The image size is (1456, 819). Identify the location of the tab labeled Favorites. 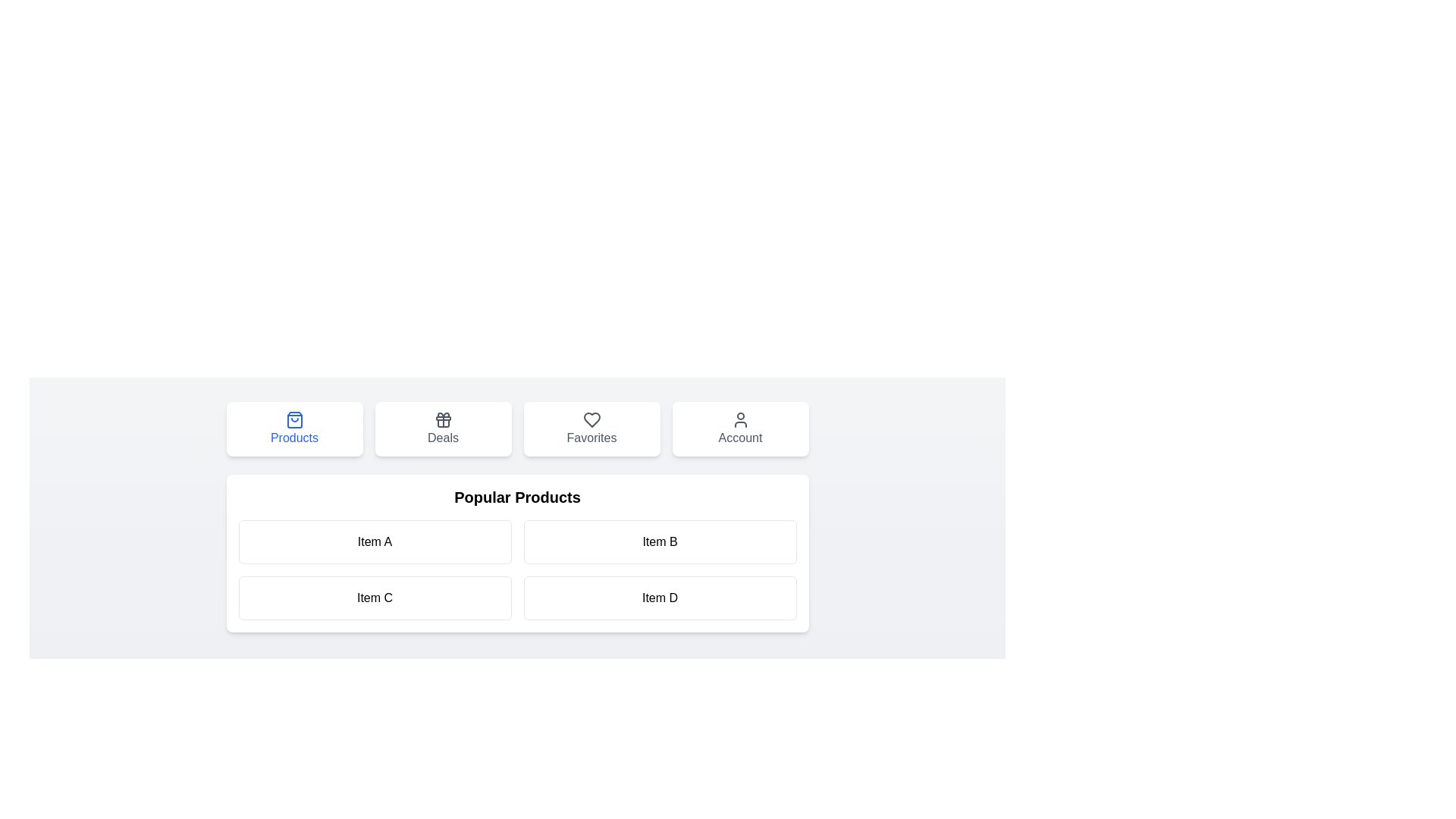
(591, 429).